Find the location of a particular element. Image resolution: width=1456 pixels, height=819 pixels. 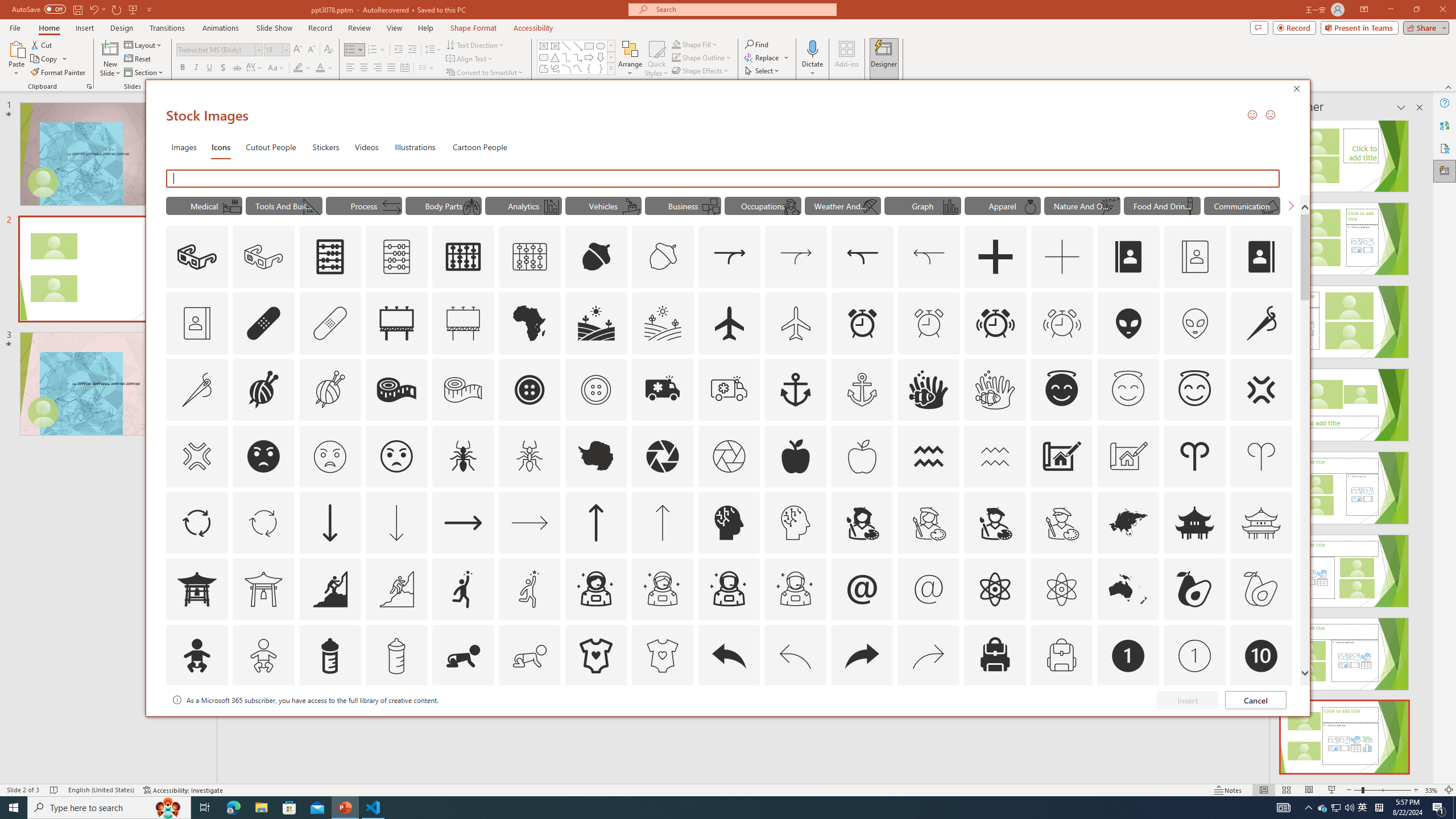

'"Graph" Icons.' is located at coordinates (922, 205).